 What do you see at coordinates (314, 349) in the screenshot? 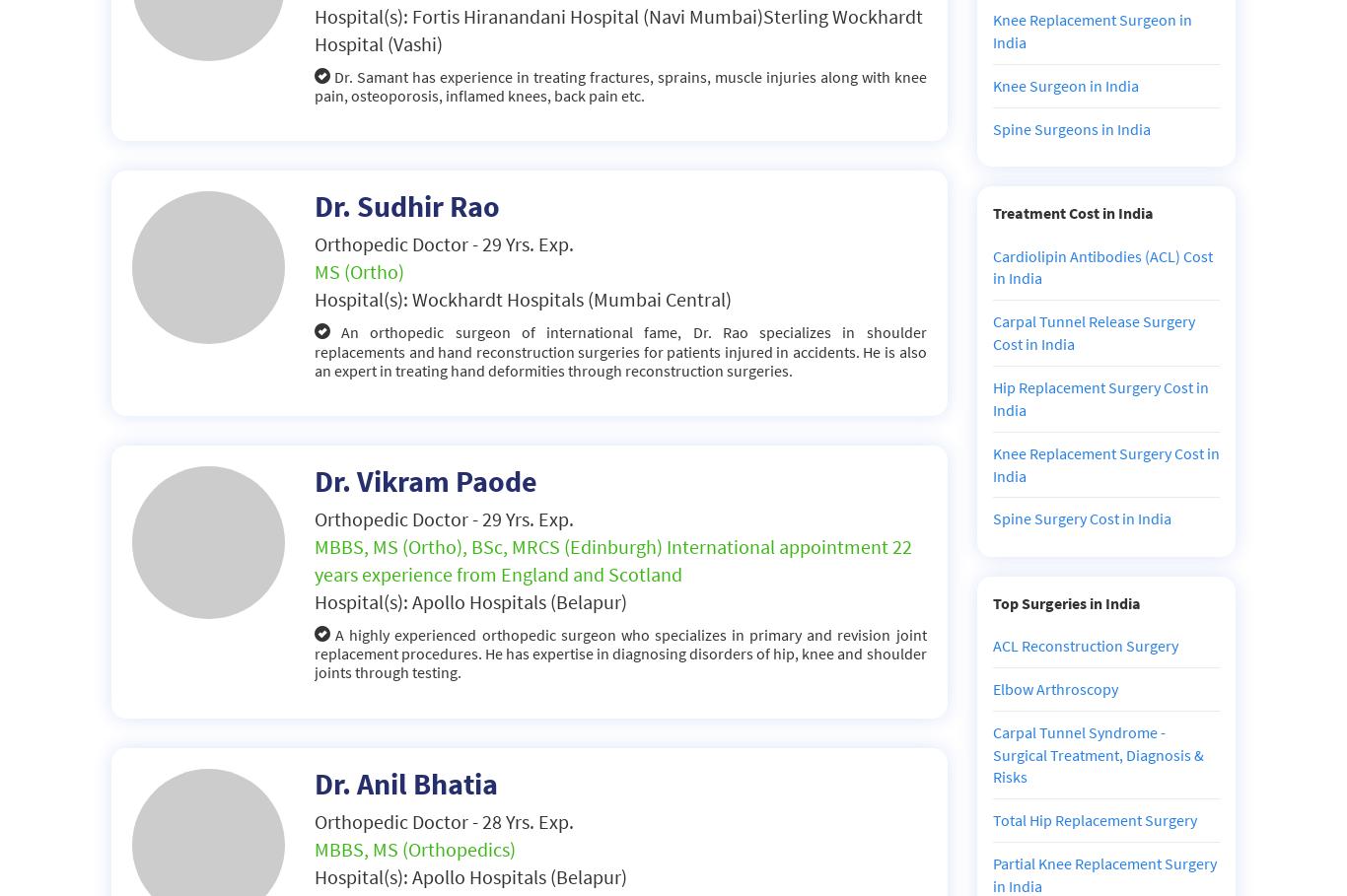
I see `'An orthopedic surgeon of international fame, Dr. Rao specializes in shoulder replacements and hand reconstruction surgeries for patients injured in accidents. He is also an expert in treating hand deformities through reconstruction surgeries.'` at bounding box center [314, 349].